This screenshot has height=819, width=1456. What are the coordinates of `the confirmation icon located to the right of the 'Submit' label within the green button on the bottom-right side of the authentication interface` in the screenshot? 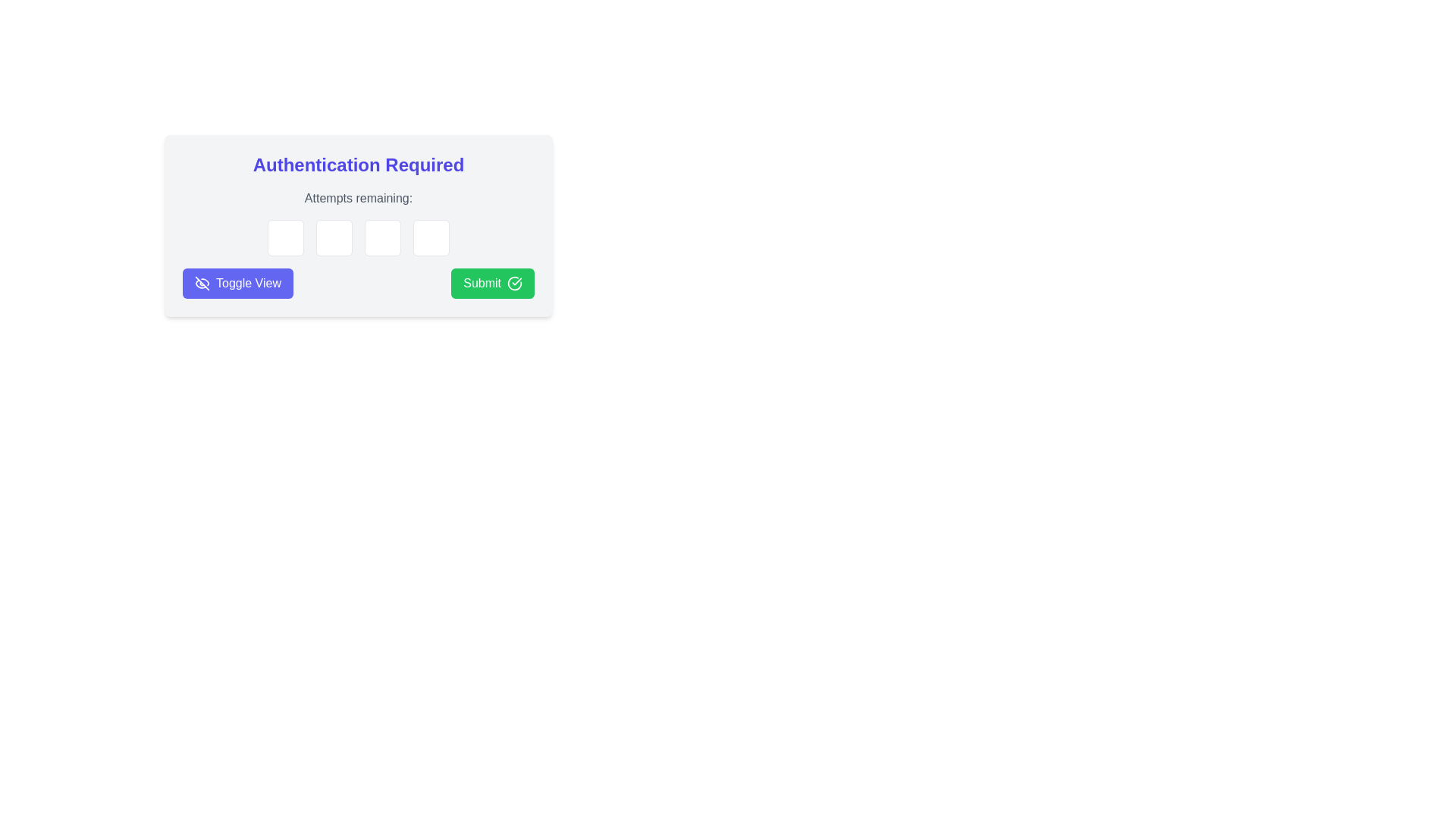 It's located at (514, 284).